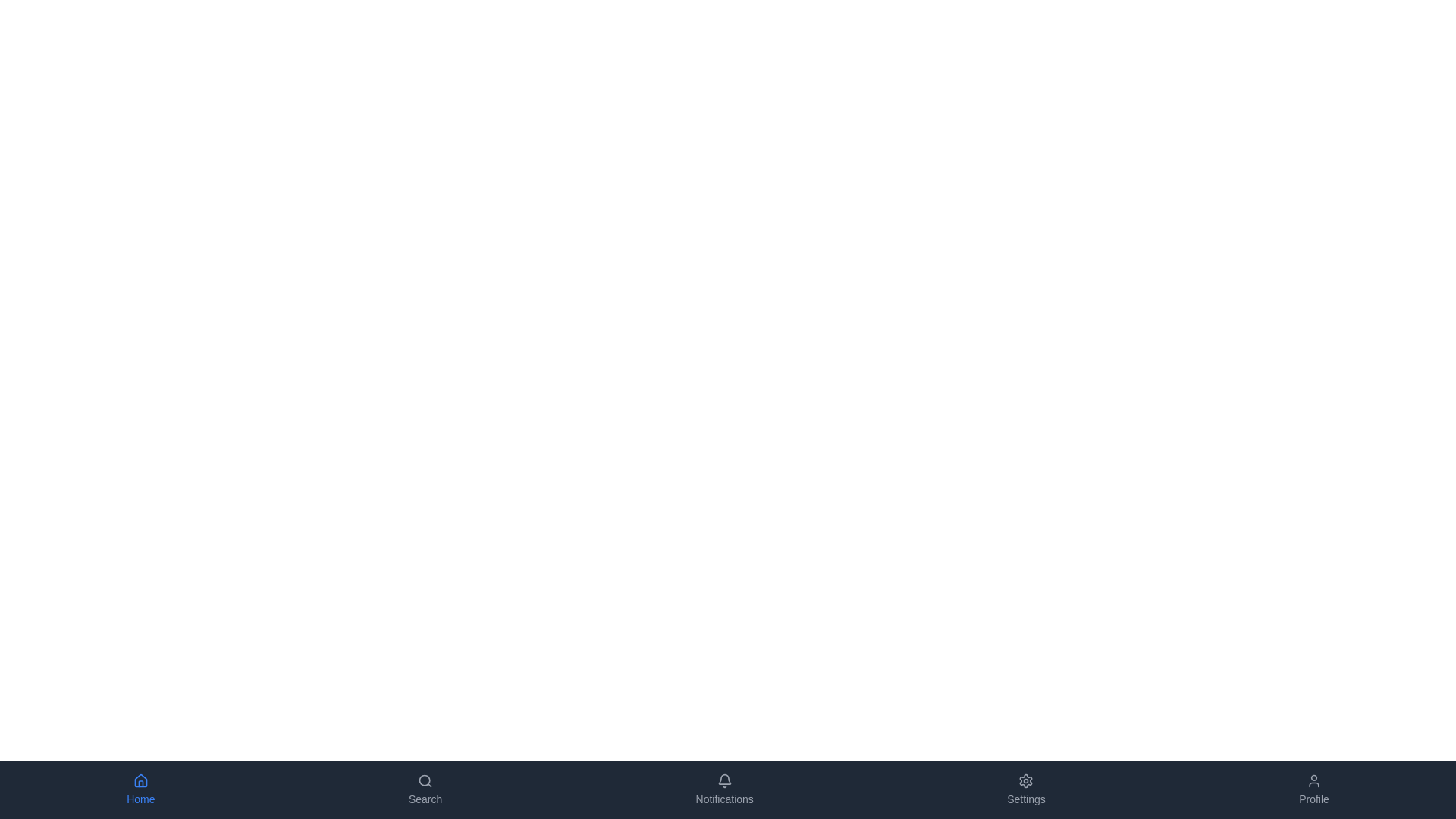 This screenshot has height=819, width=1456. What do you see at coordinates (1026, 798) in the screenshot?
I see `the 'Settings' text label located in the bottom navigation bar, which is styled in a small, gray font and positioned below a gear-shaped icon` at bounding box center [1026, 798].